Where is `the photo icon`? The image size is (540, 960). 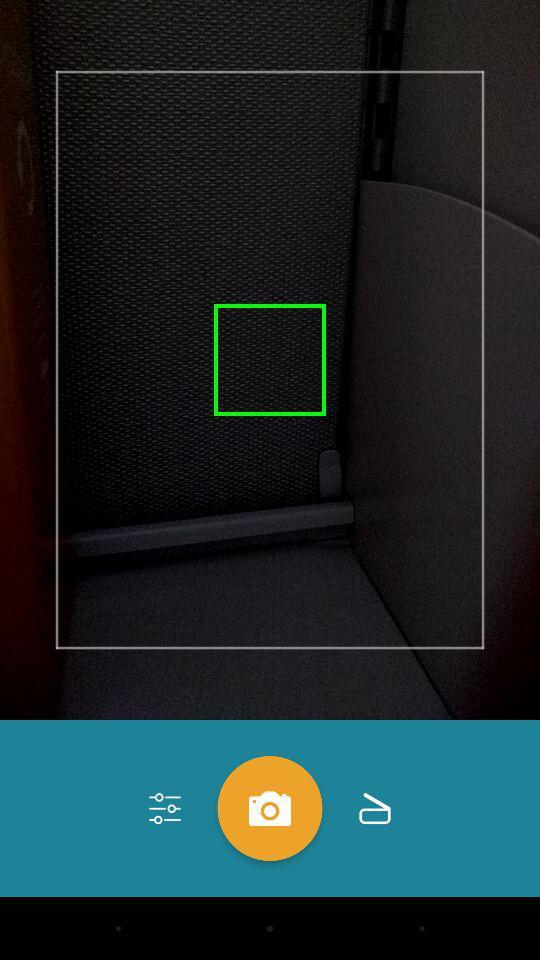 the photo icon is located at coordinates (270, 808).